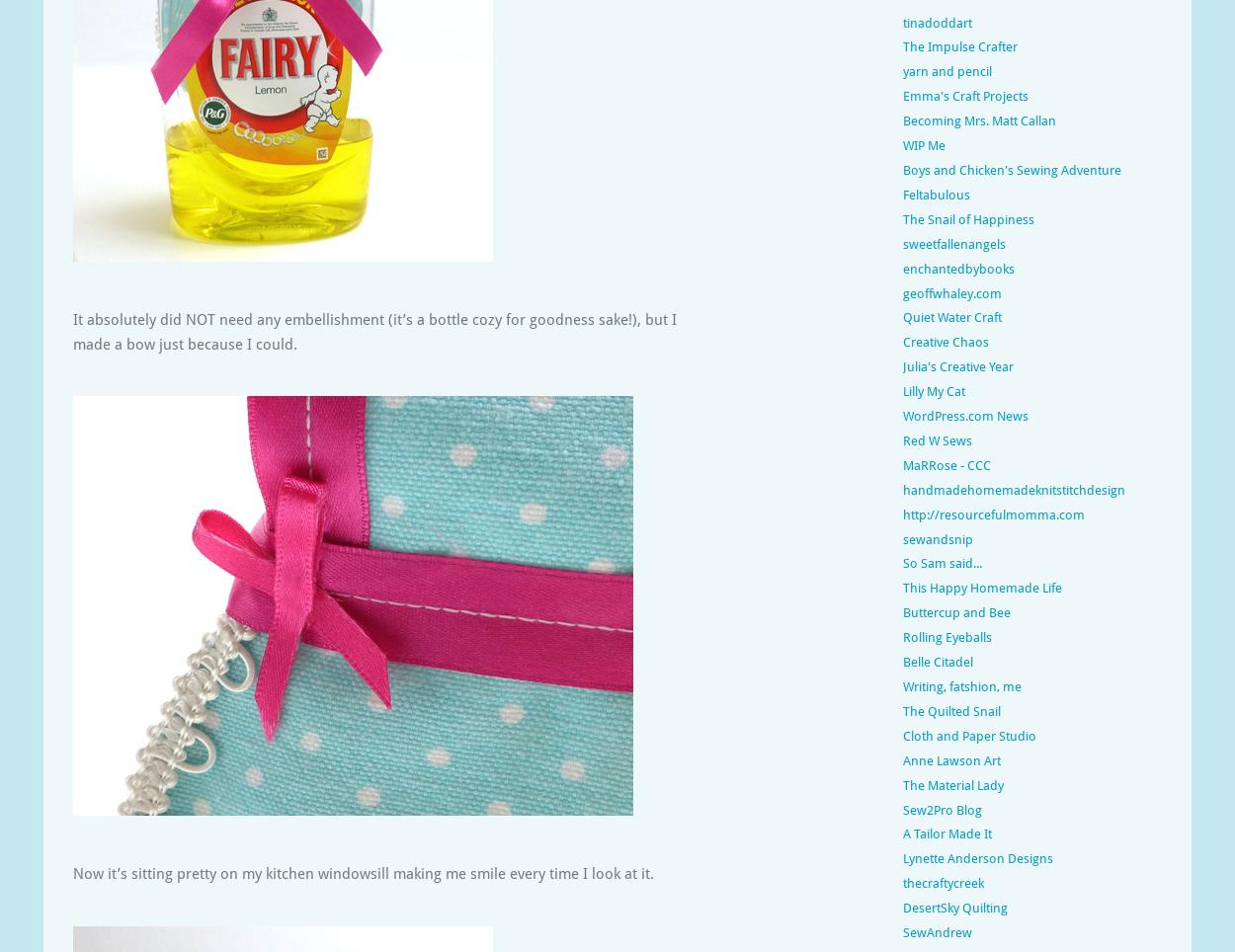 The width and height of the screenshot is (1235, 952). I want to click on 'The Material Lady', so click(952, 784).